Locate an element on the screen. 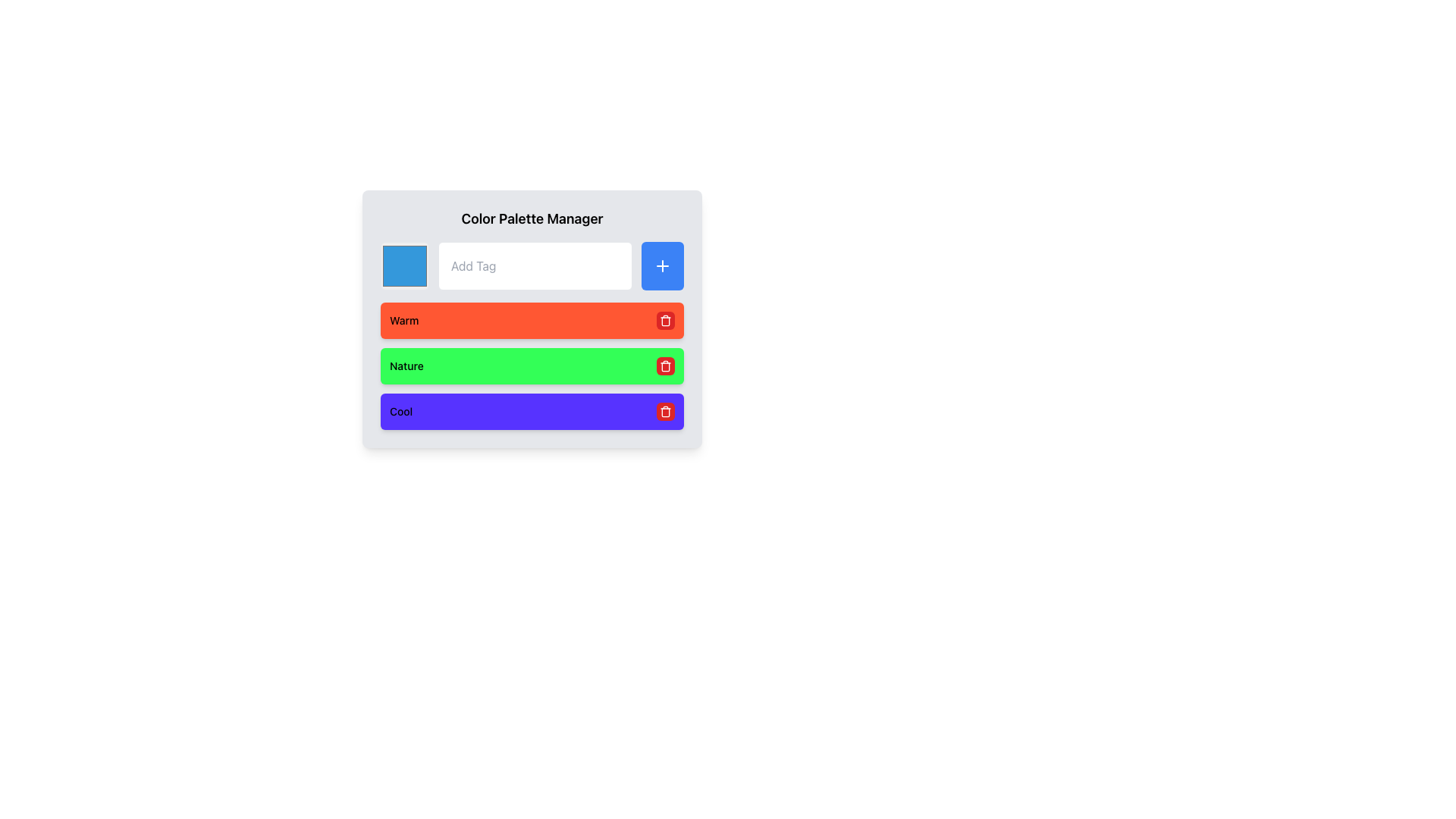 This screenshot has height=819, width=1456. the text label 'Nature', which is displayed in a medium-sized font within a green rectangular background, located in the second card of a vertically stacked list of colored cards is located at coordinates (406, 366).